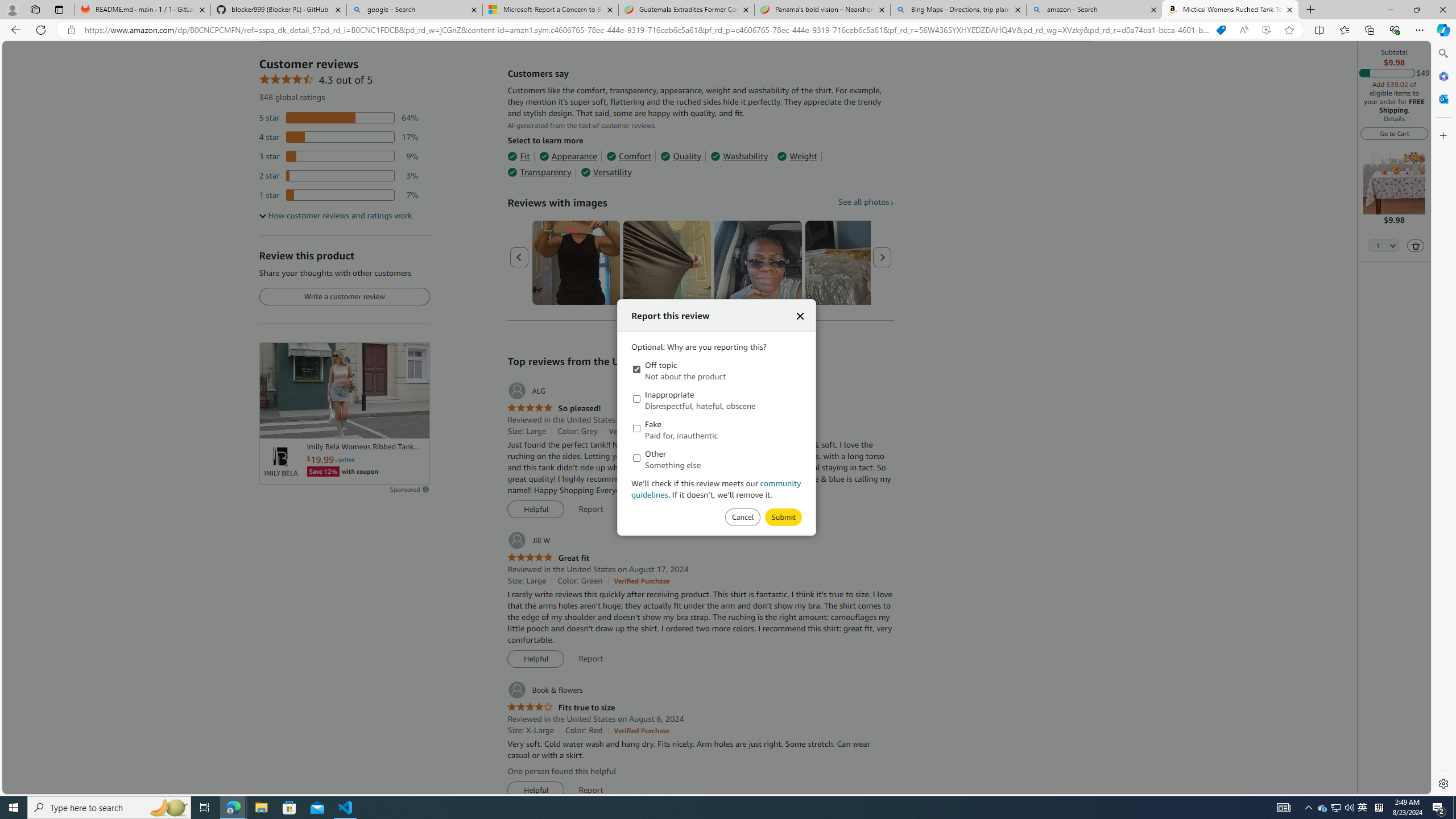 This screenshot has width=1456, height=819. I want to click on 'Transparency', so click(539, 172).